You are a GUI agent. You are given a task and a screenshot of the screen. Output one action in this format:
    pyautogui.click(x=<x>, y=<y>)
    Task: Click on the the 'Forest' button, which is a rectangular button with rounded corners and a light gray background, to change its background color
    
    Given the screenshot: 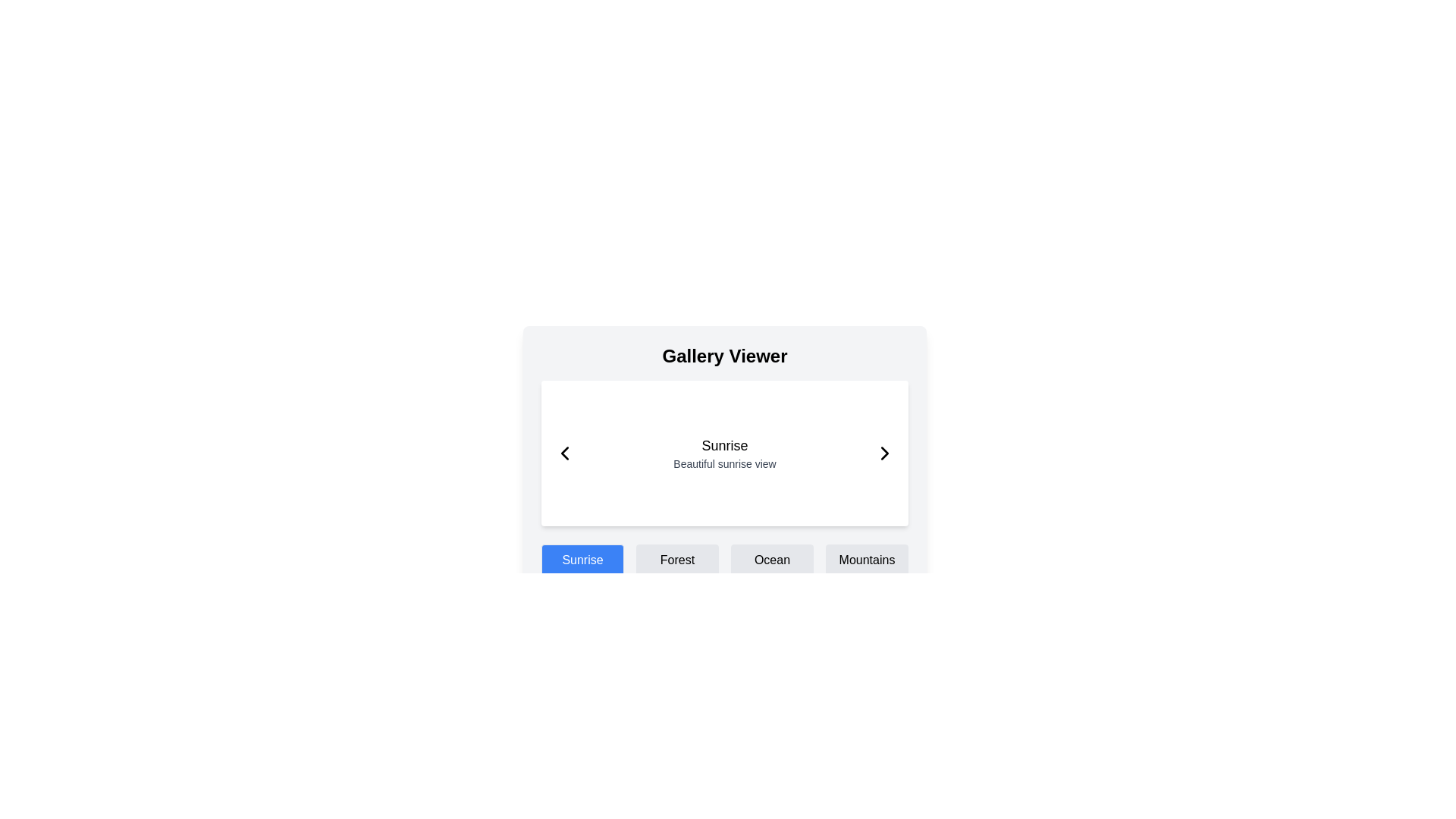 What is the action you would take?
    pyautogui.click(x=676, y=560)
    